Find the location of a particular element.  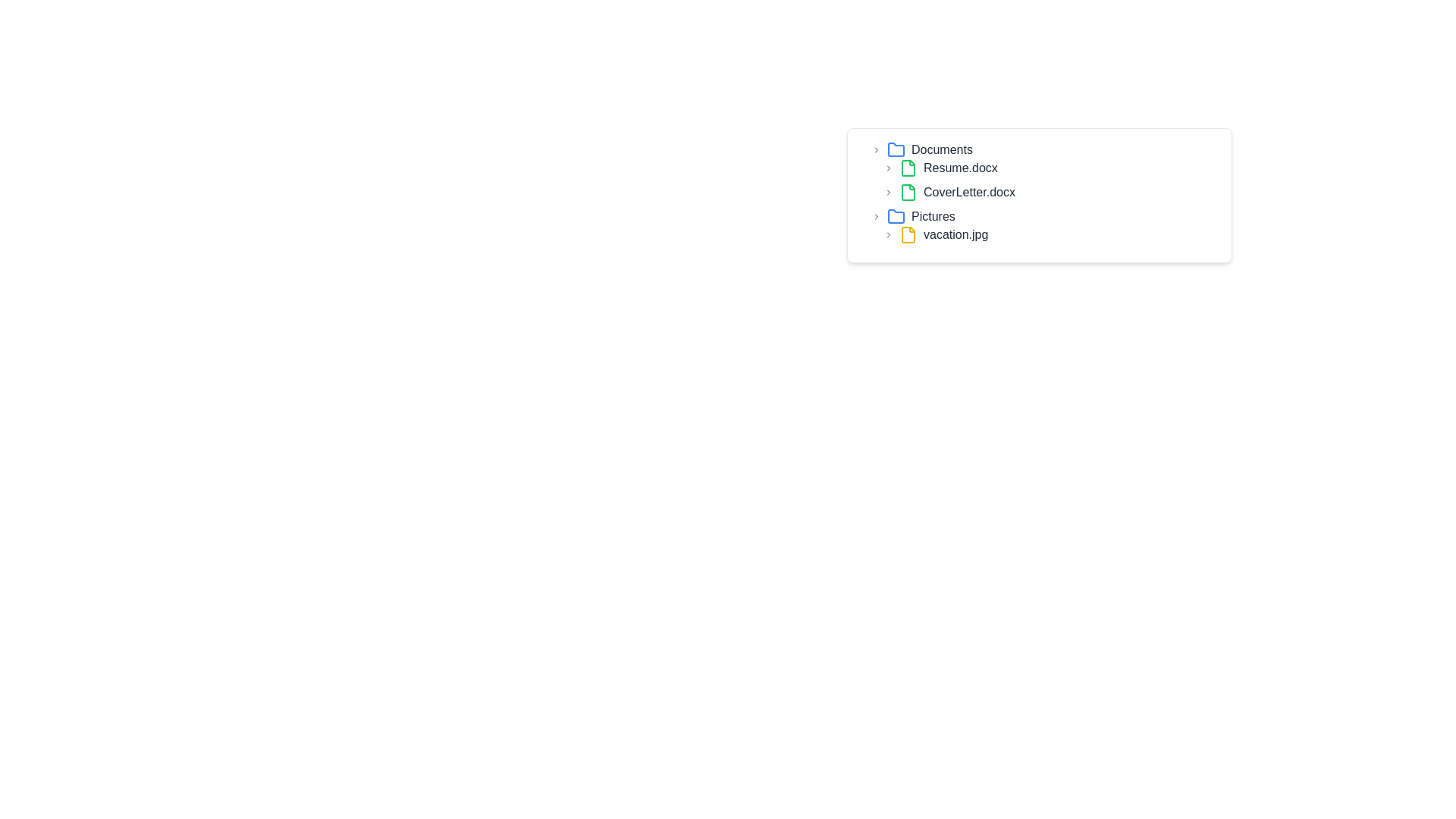

the 'Pictures' folder icon, which is the second folder icon in the list, located on the left side of the interface is located at coordinates (896, 216).